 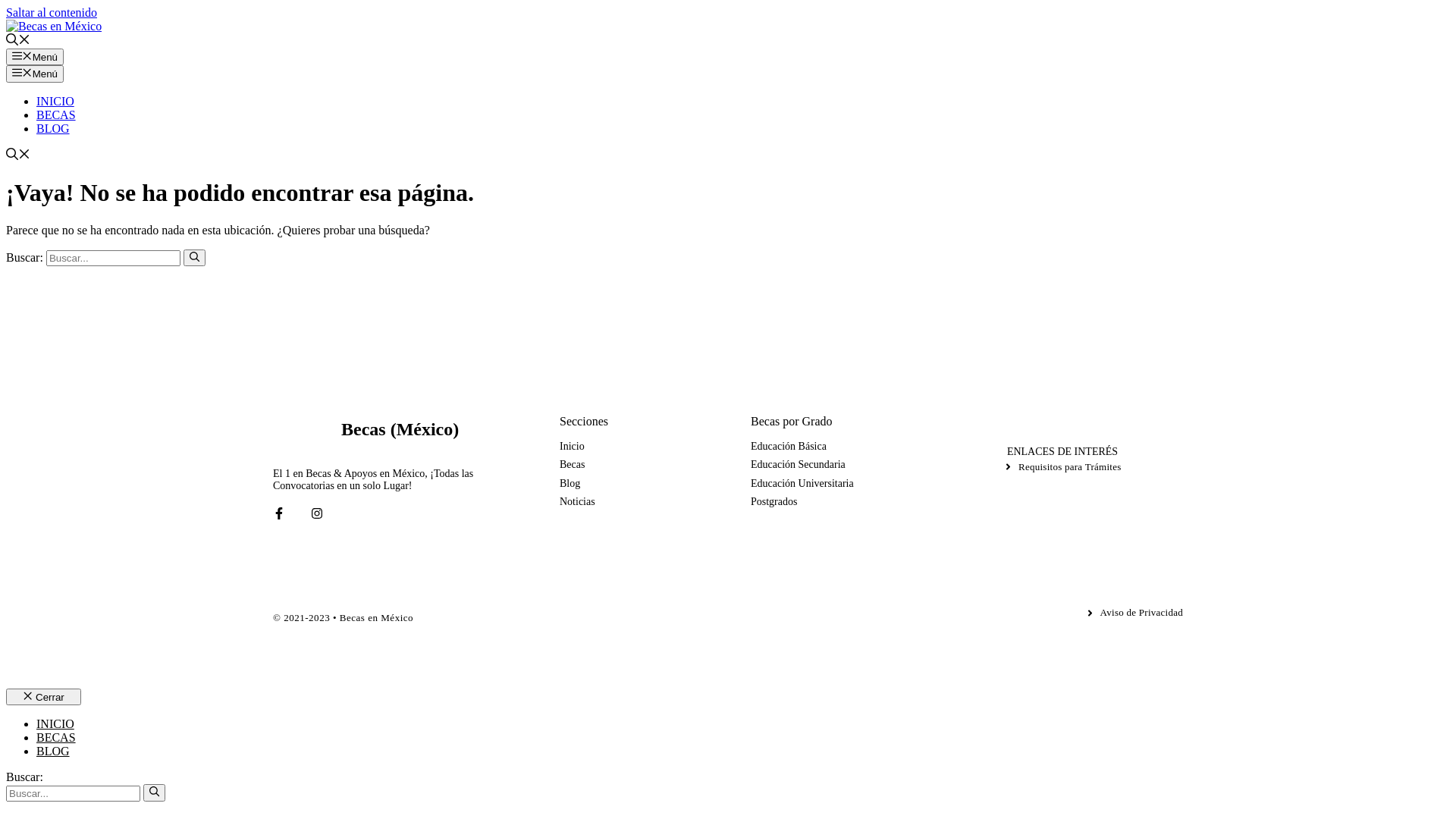 I want to click on 'BLOG', so click(x=36, y=751).